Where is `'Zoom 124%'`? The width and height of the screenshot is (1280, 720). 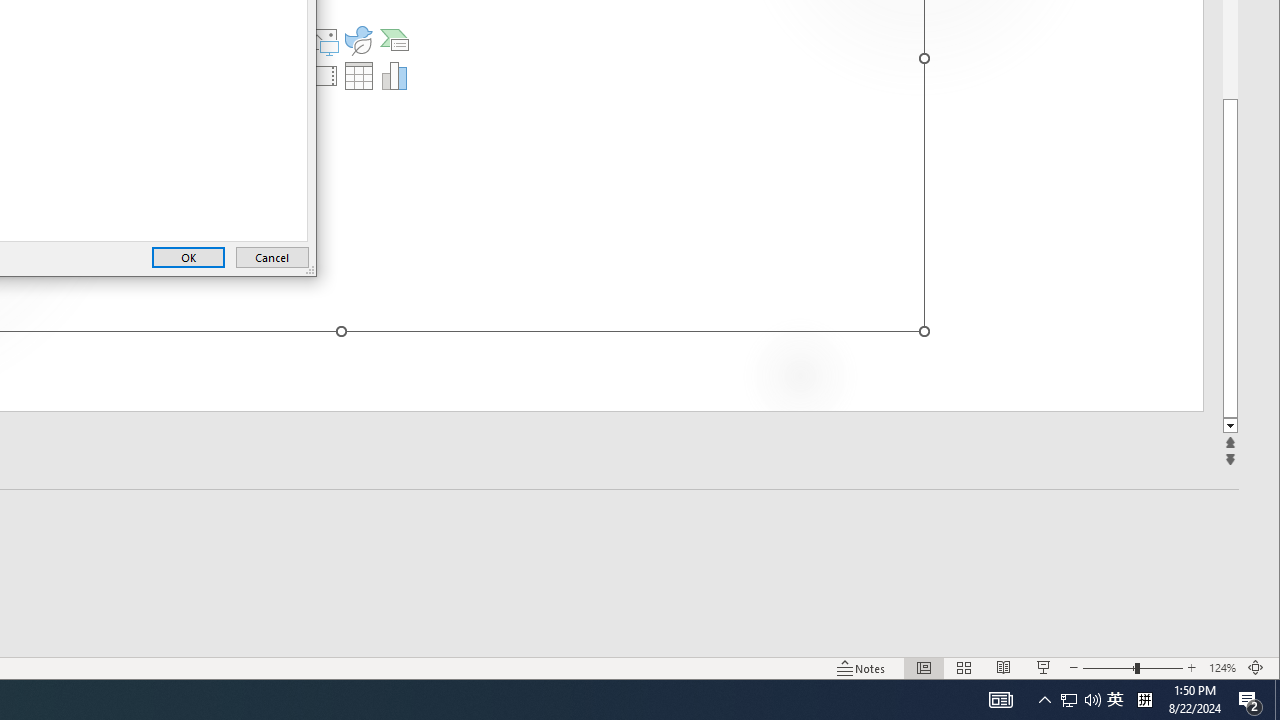 'Zoom 124%' is located at coordinates (1221, 668).